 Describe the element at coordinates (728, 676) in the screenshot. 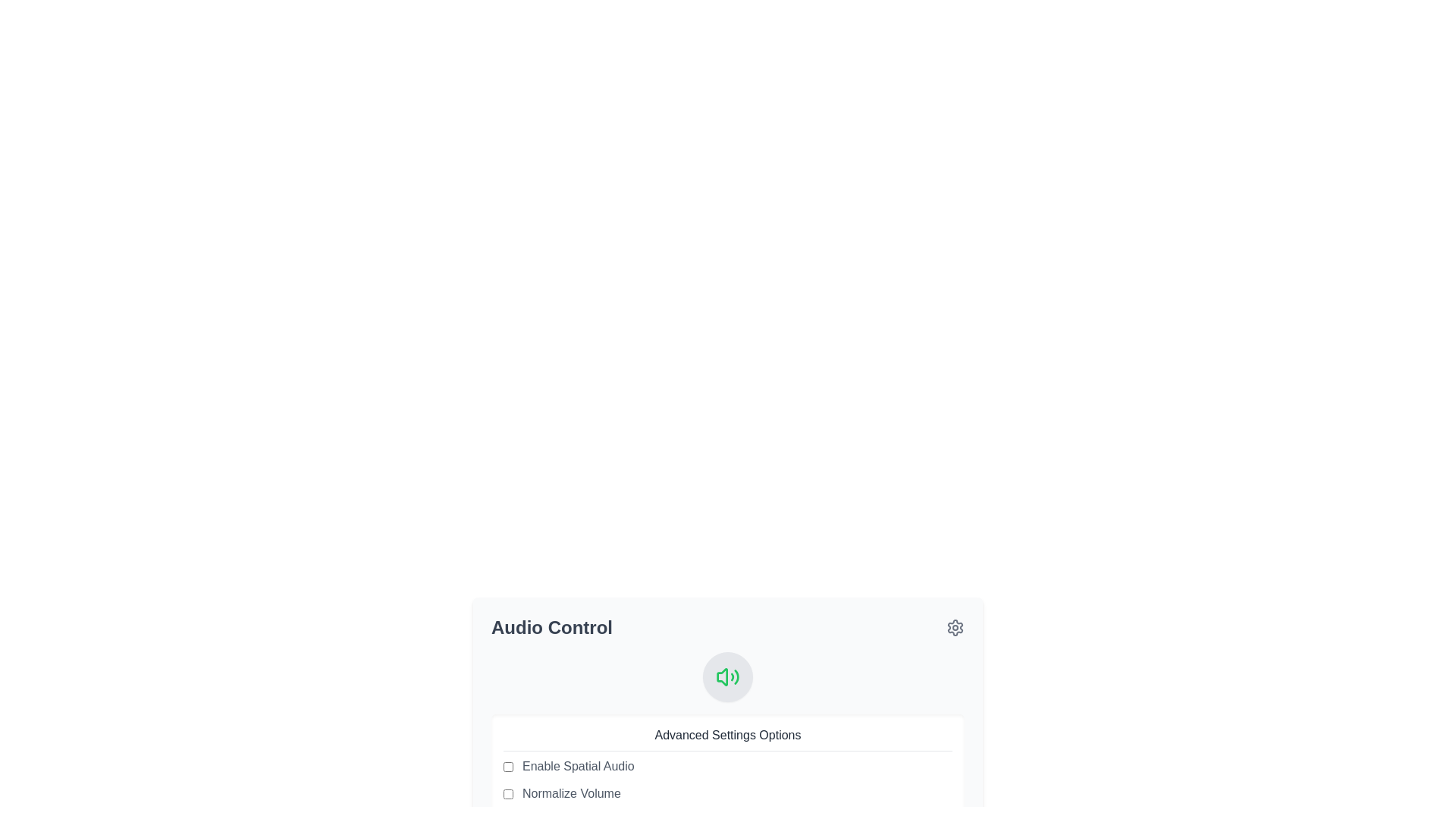

I see `the audio settings icon located within the circular button in the 'Audio Control' section, positioned above the 'Advanced Settings Options' label` at that location.